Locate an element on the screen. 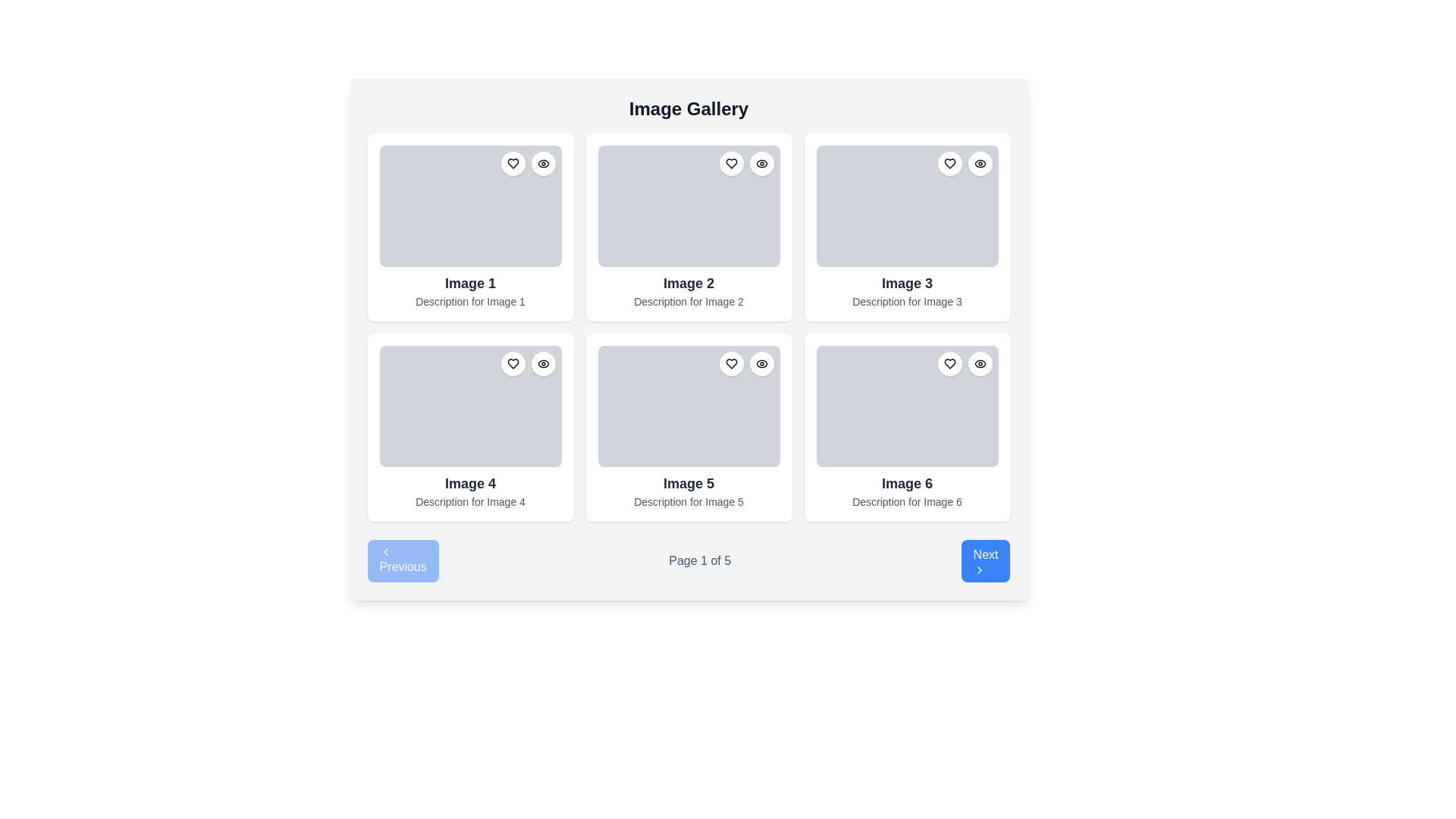  the card component is located at coordinates (688, 427).